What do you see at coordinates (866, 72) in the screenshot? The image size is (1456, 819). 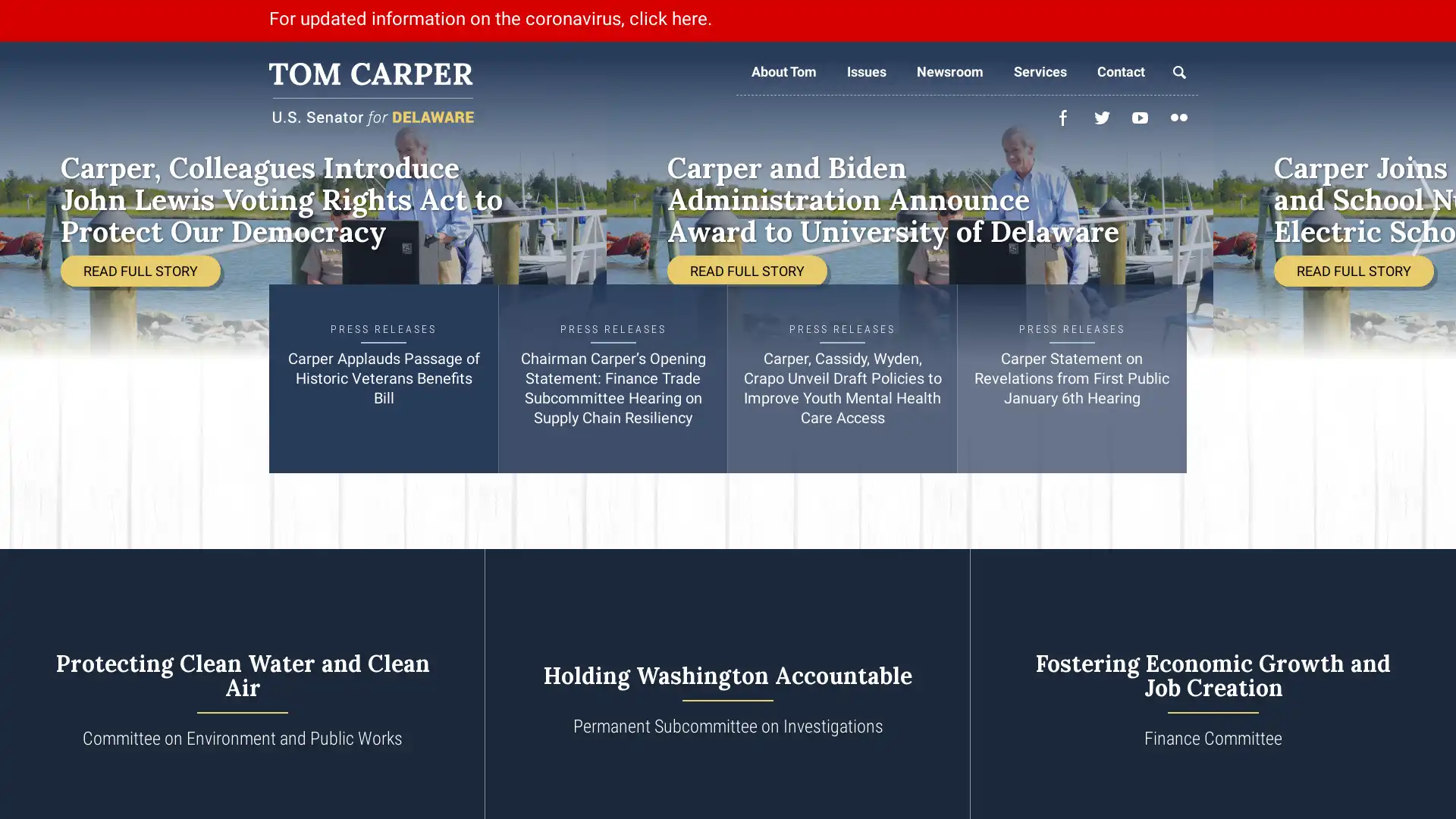 I see `Issues` at bounding box center [866, 72].